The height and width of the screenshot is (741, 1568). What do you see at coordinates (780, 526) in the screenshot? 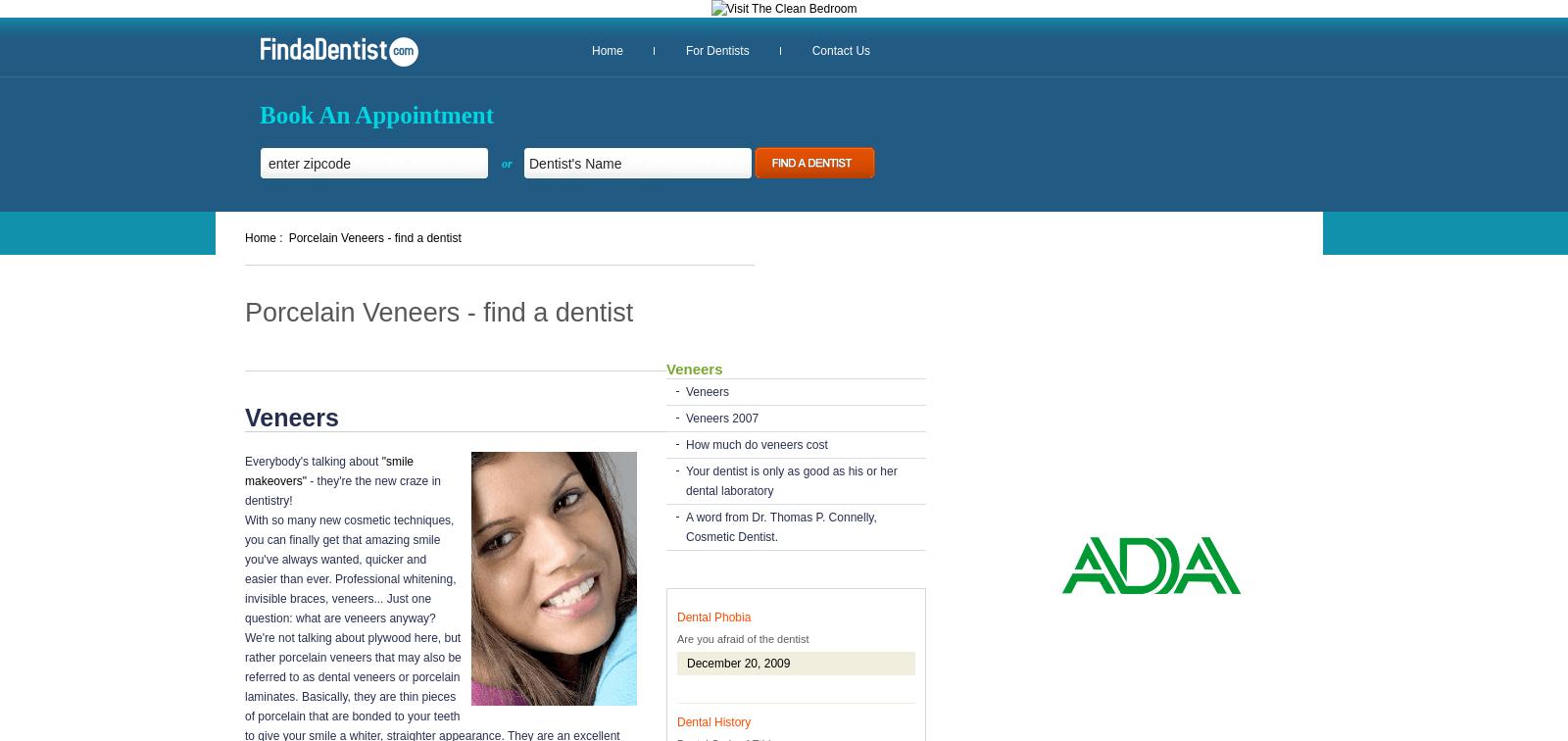
I see `'A word from Dr. Thomas P. Connelly, Cosmetic Dentist.'` at bounding box center [780, 526].